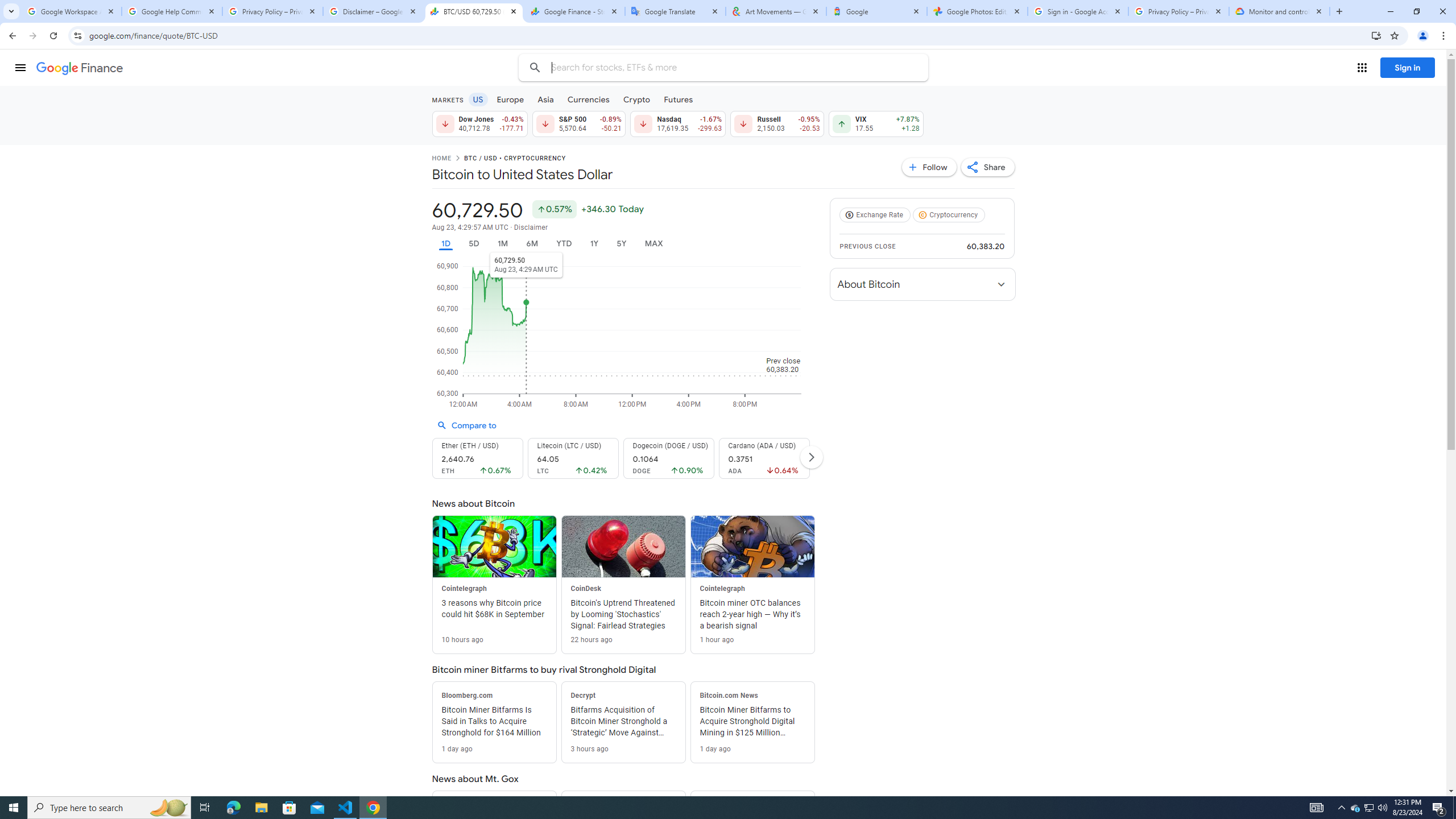  Describe the element at coordinates (987, 166) in the screenshot. I see `'Share'` at that location.